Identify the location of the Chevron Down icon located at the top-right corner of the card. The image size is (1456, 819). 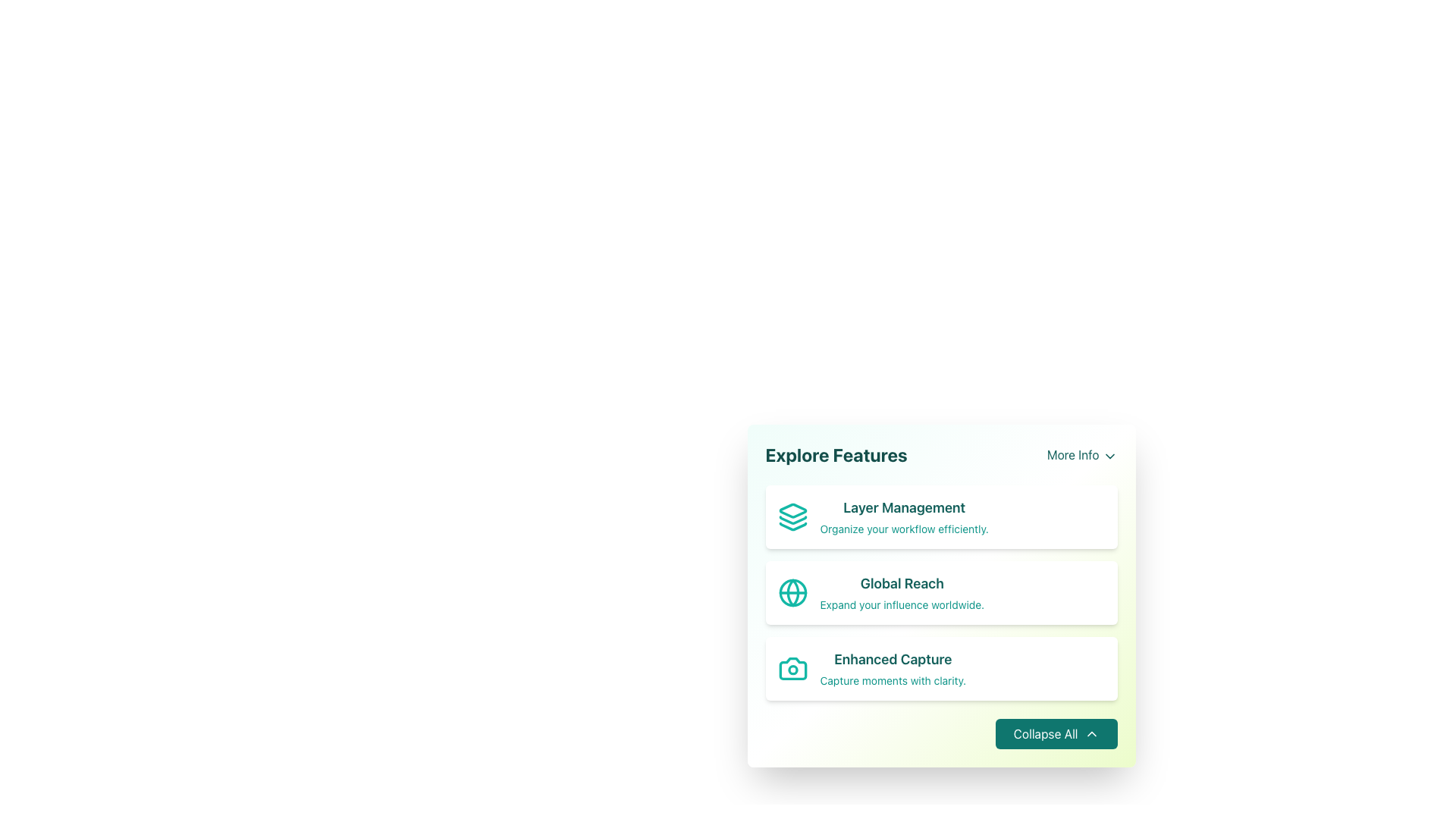
(1109, 455).